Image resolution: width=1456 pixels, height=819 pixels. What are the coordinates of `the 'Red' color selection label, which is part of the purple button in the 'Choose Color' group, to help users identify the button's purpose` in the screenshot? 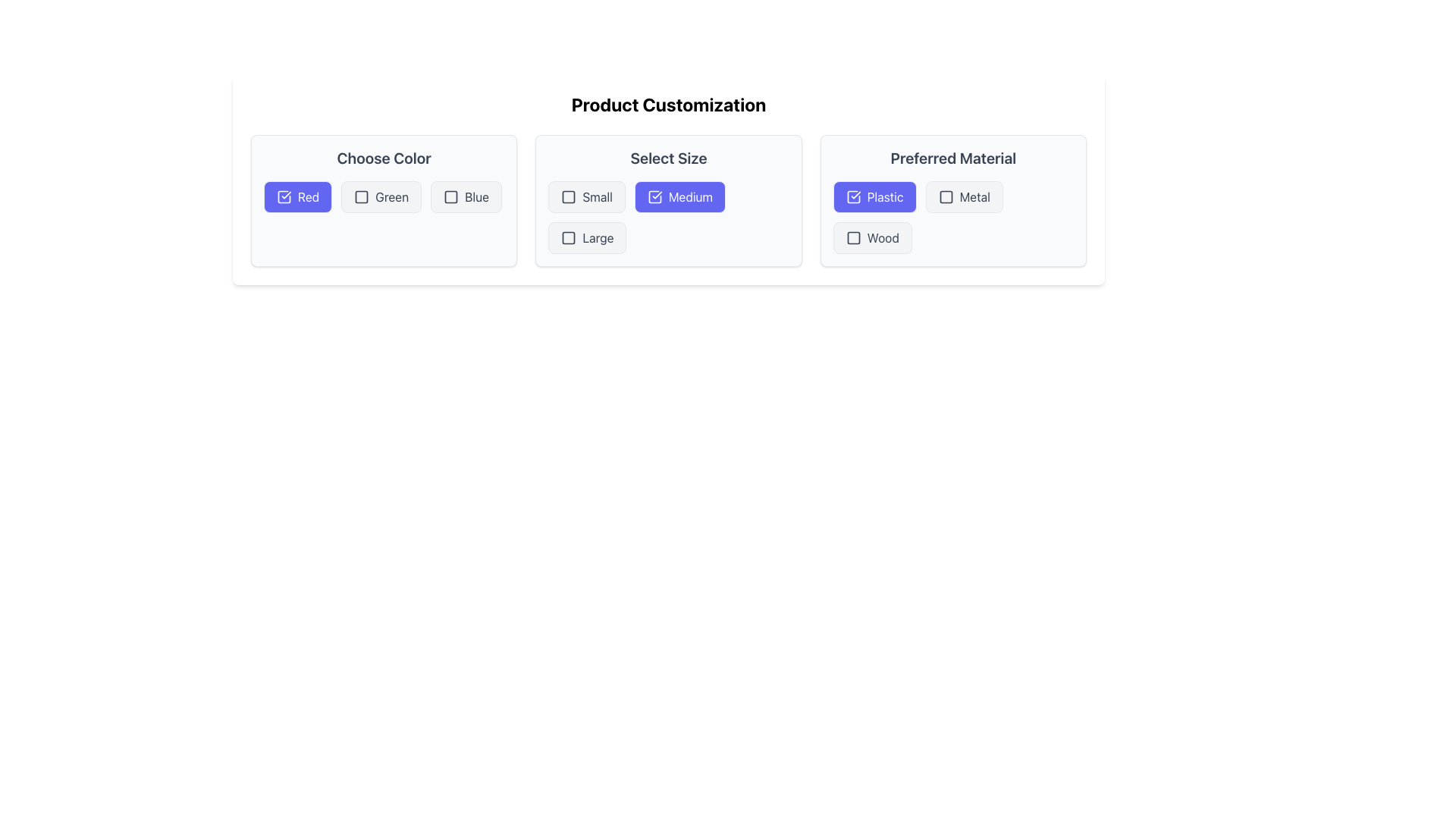 It's located at (308, 196).